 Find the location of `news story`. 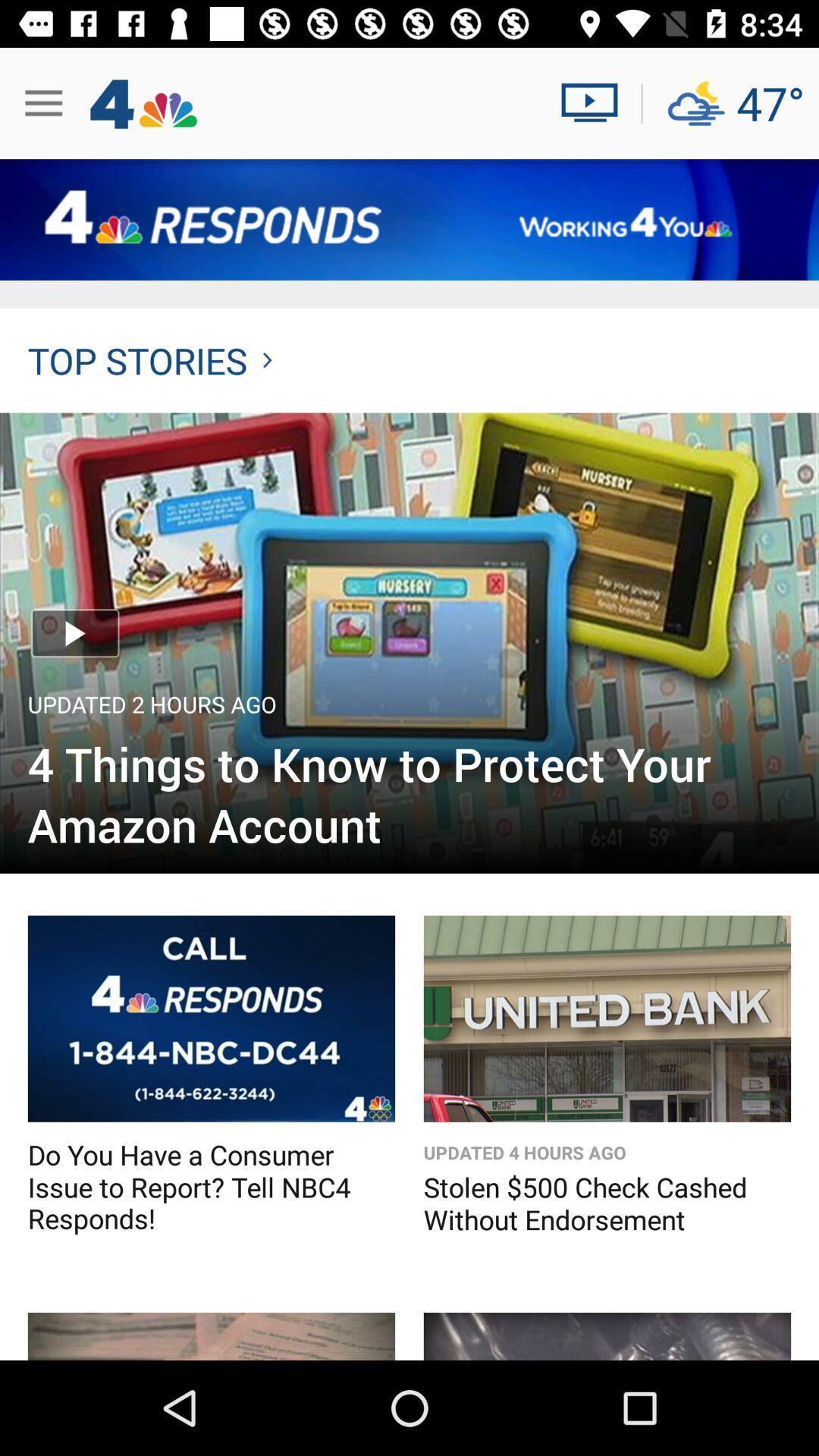

news story is located at coordinates (211, 1336).